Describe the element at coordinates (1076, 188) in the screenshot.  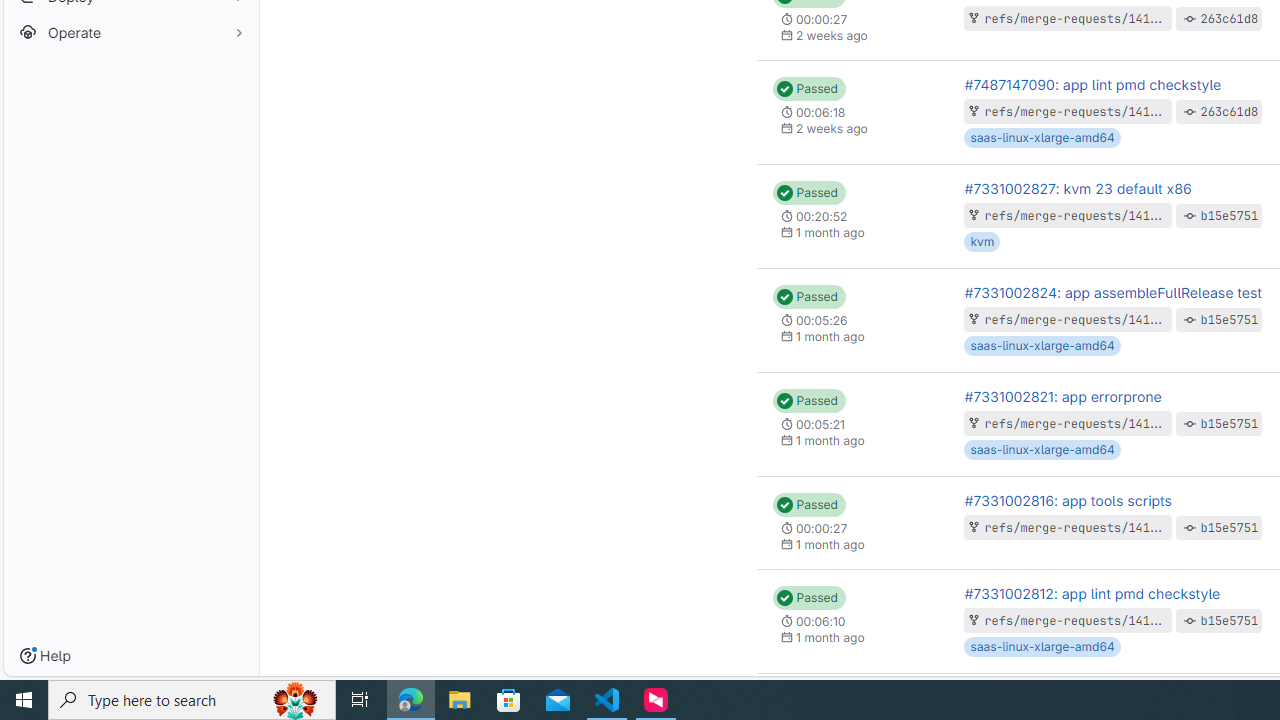
I see `'#7331002827: kvm 23 default x86'` at that location.